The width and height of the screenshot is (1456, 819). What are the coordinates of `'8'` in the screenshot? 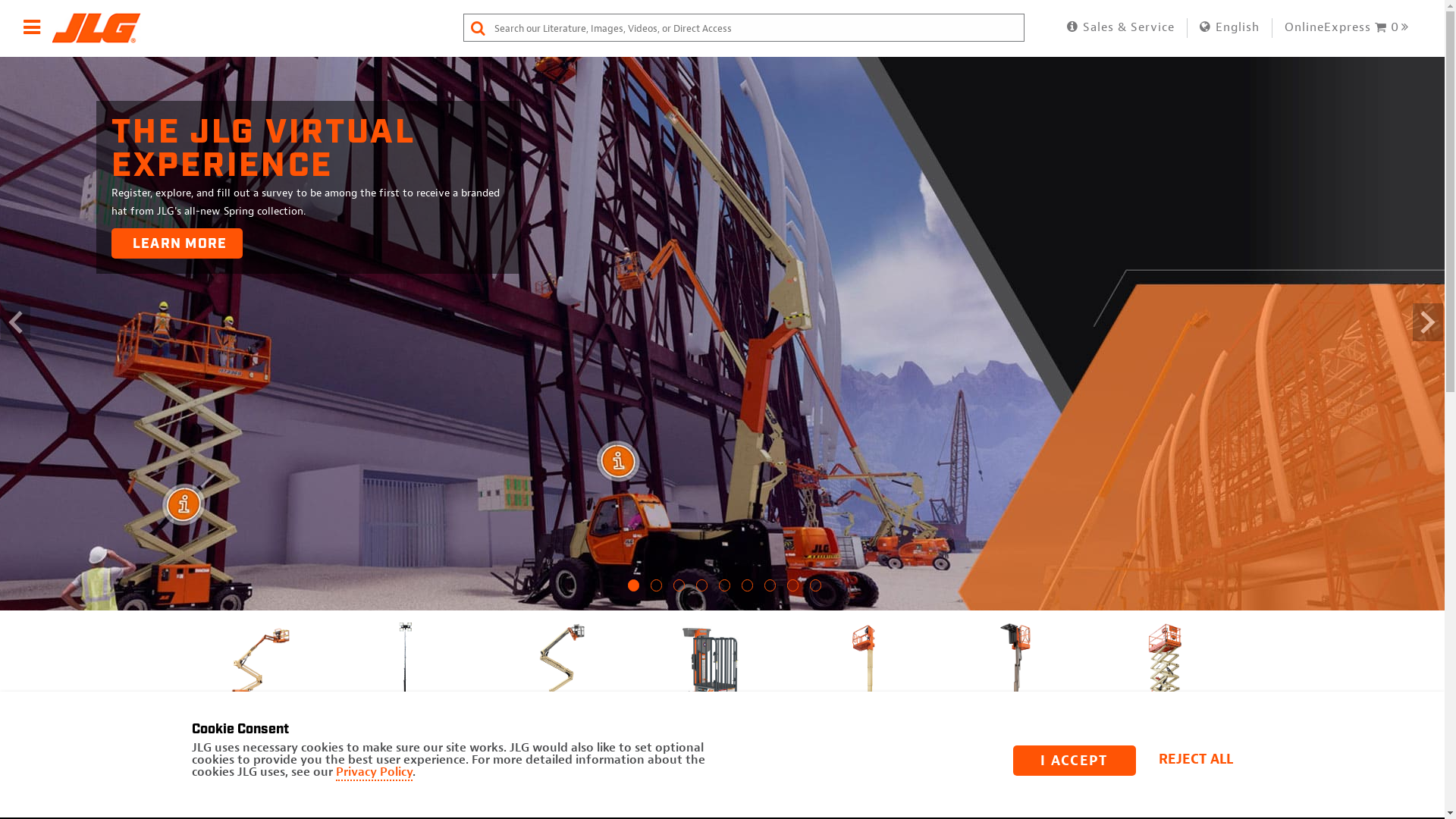 It's located at (792, 590).